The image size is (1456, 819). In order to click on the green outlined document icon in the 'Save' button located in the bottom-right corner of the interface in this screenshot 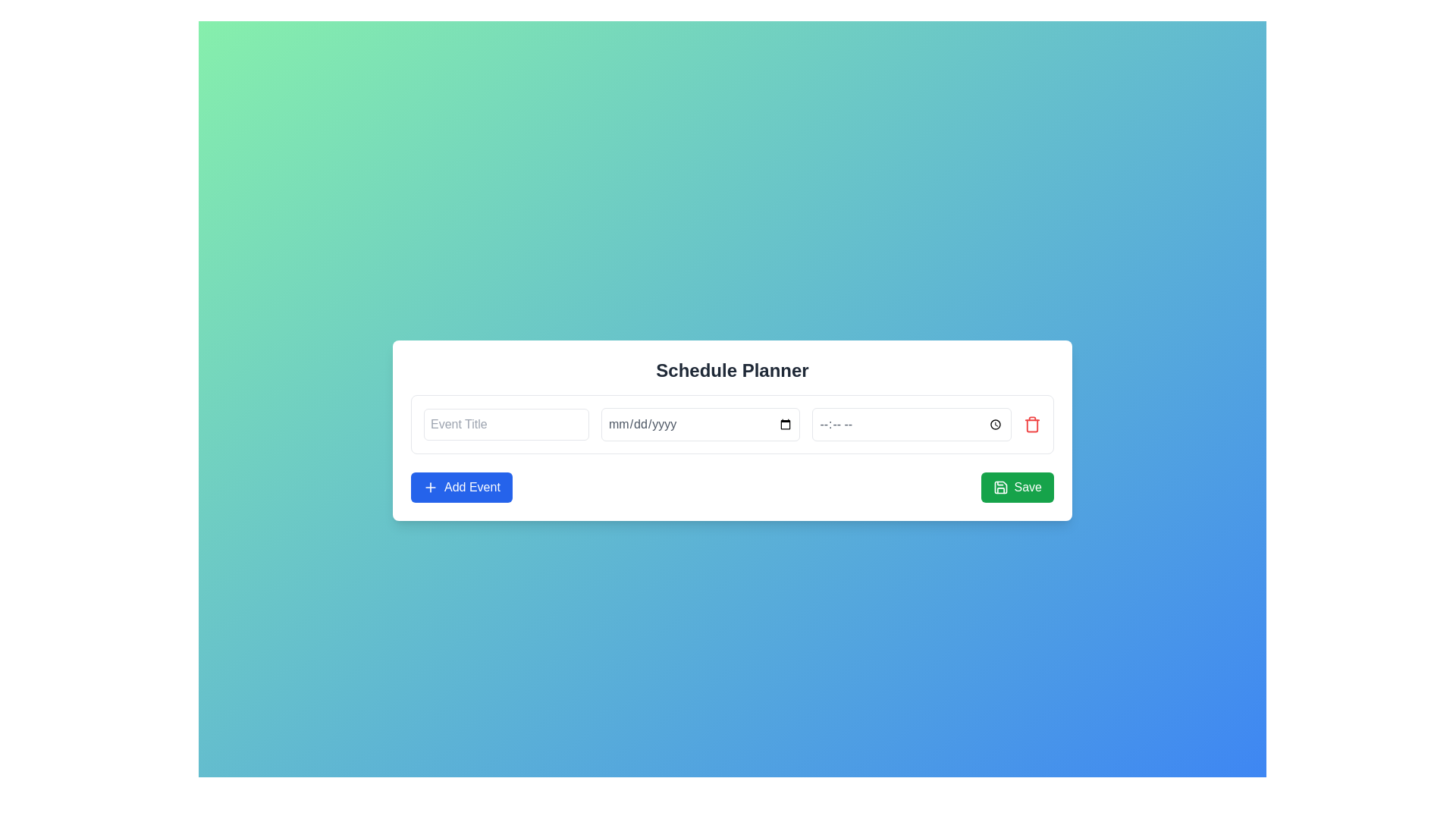, I will do `click(1000, 488)`.